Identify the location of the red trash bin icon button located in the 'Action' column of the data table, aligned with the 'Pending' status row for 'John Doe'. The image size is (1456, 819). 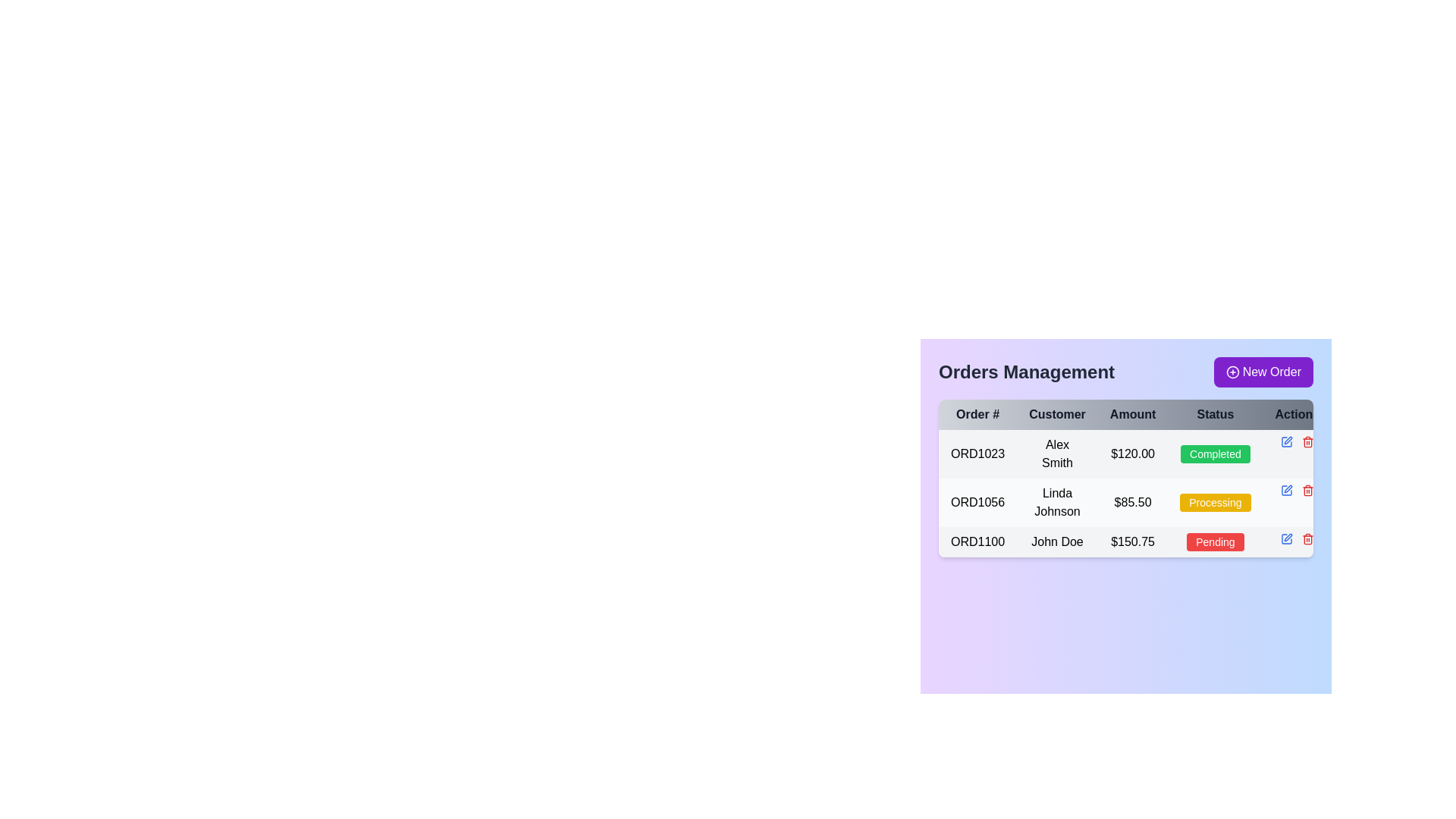
(1307, 538).